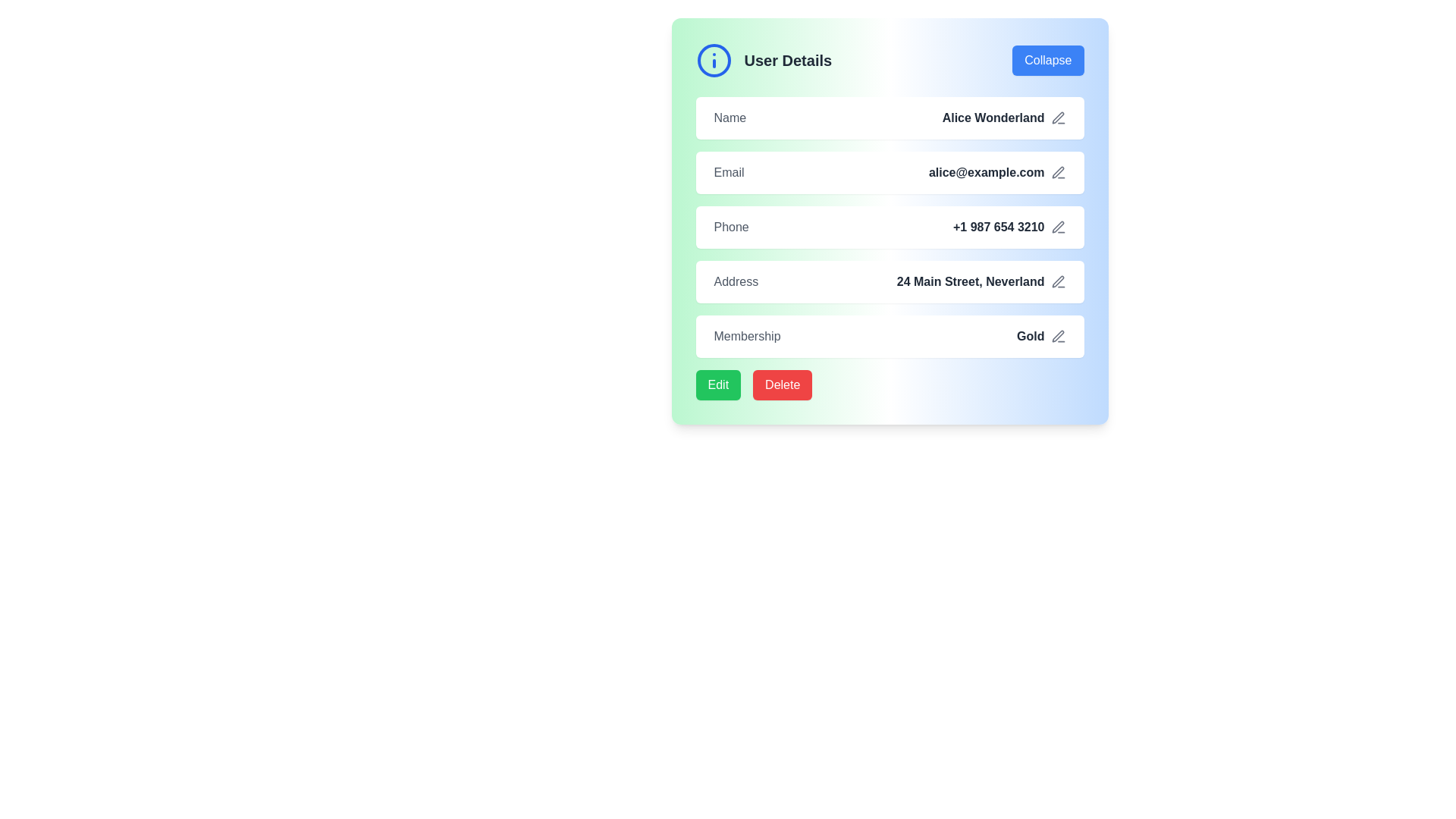 Image resolution: width=1456 pixels, height=819 pixels. What do you see at coordinates (890, 281) in the screenshot?
I see `the edit icon associated with the address '24 Main Street, Neverland' in the fourth row of the user profile section` at bounding box center [890, 281].